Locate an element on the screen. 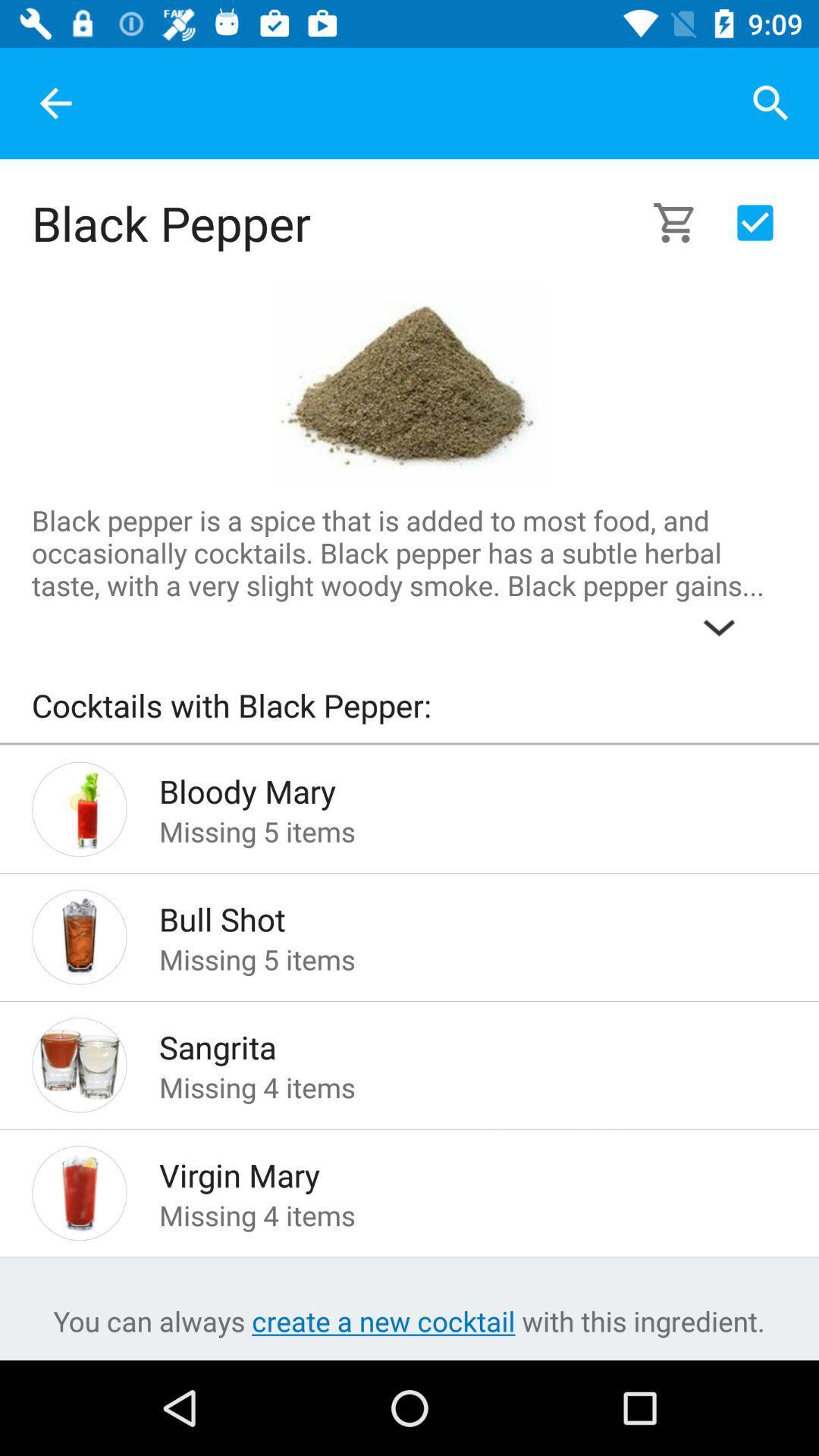 The height and width of the screenshot is (1456, 819). the search icon is located at coordinates (771, 103).